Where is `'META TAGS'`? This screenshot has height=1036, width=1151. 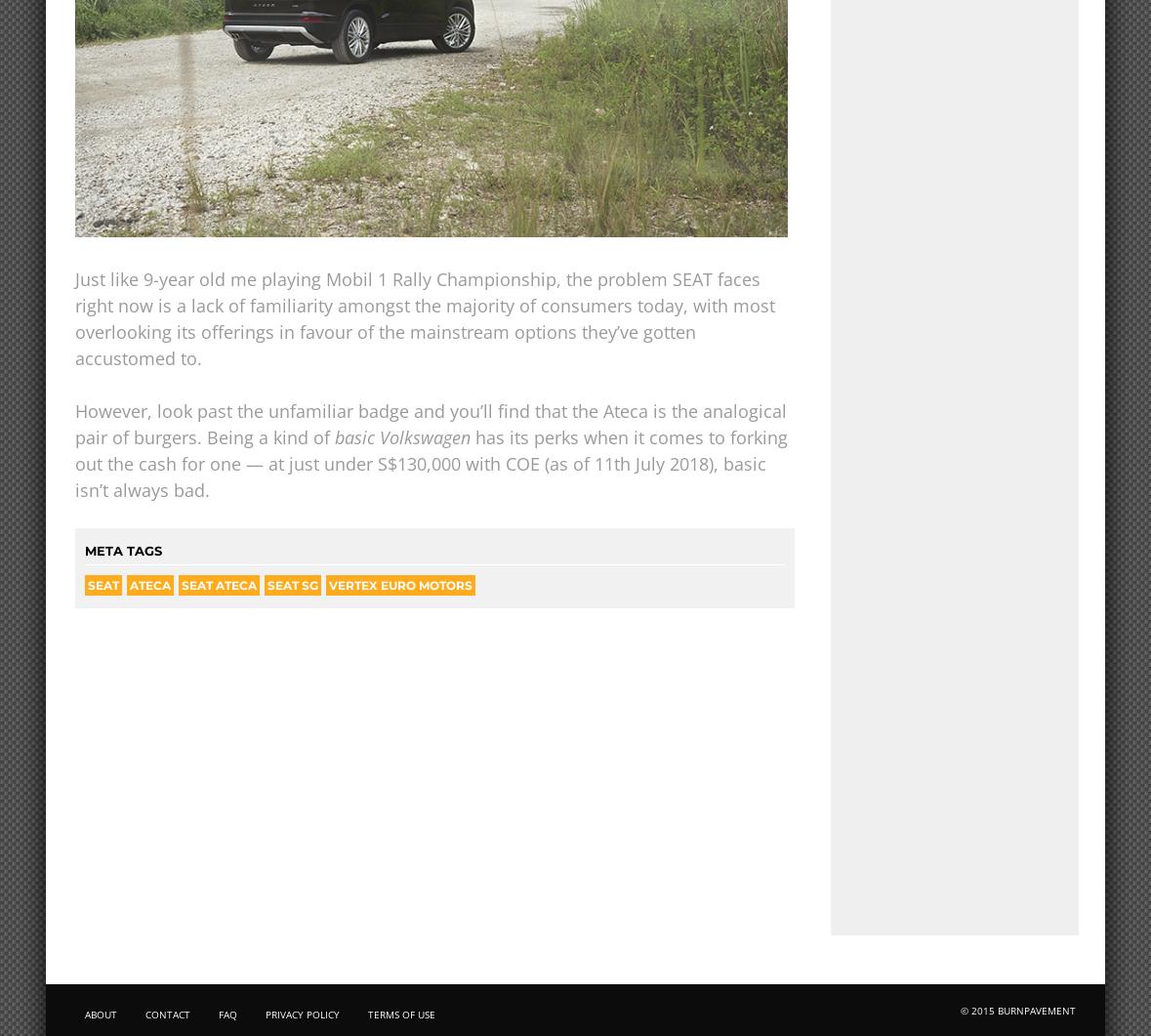 'META TAGS' is located at coordinates (122, 550).